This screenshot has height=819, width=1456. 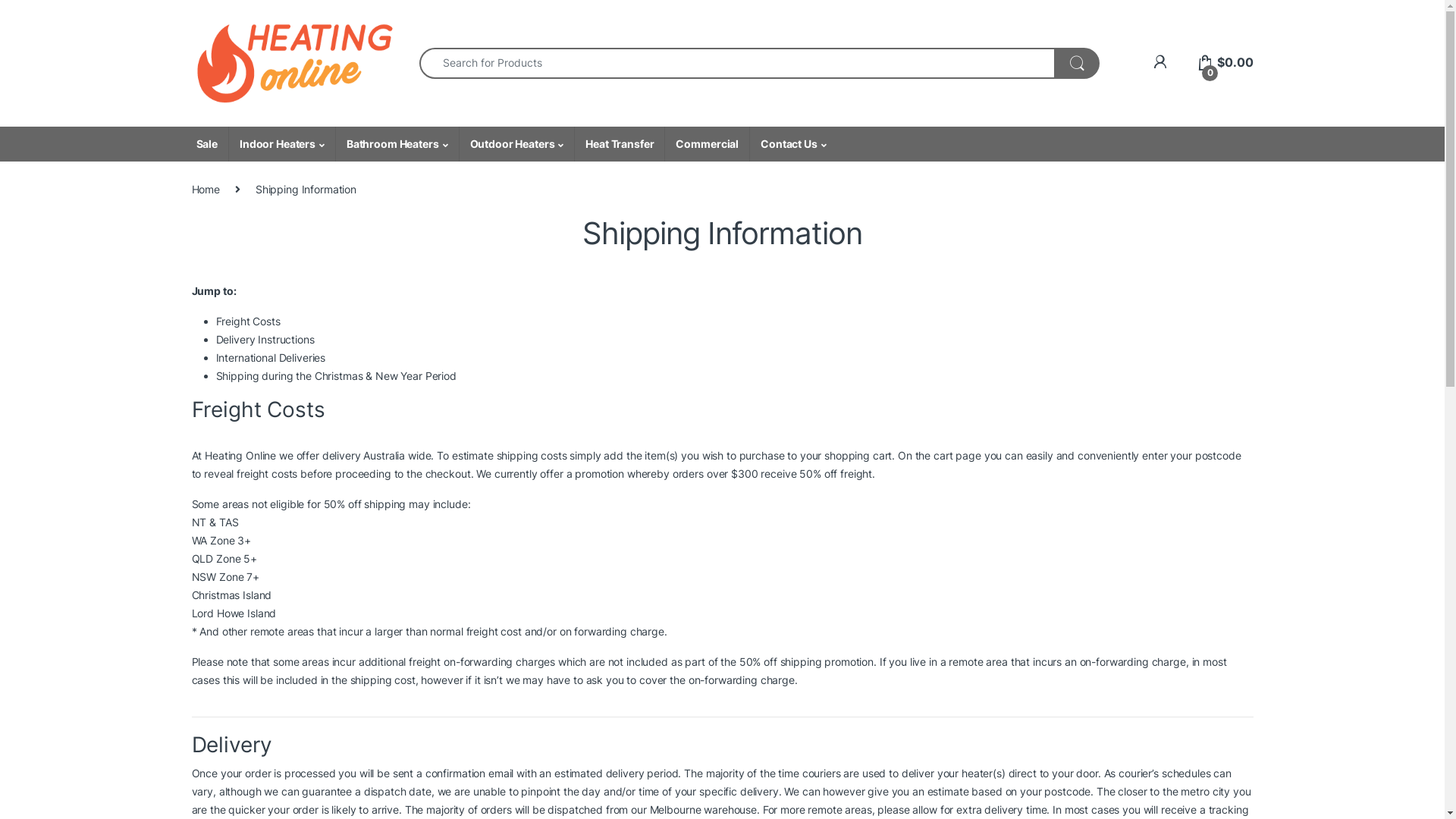 I want to click on 'Sale', so click(x=184, y=143).